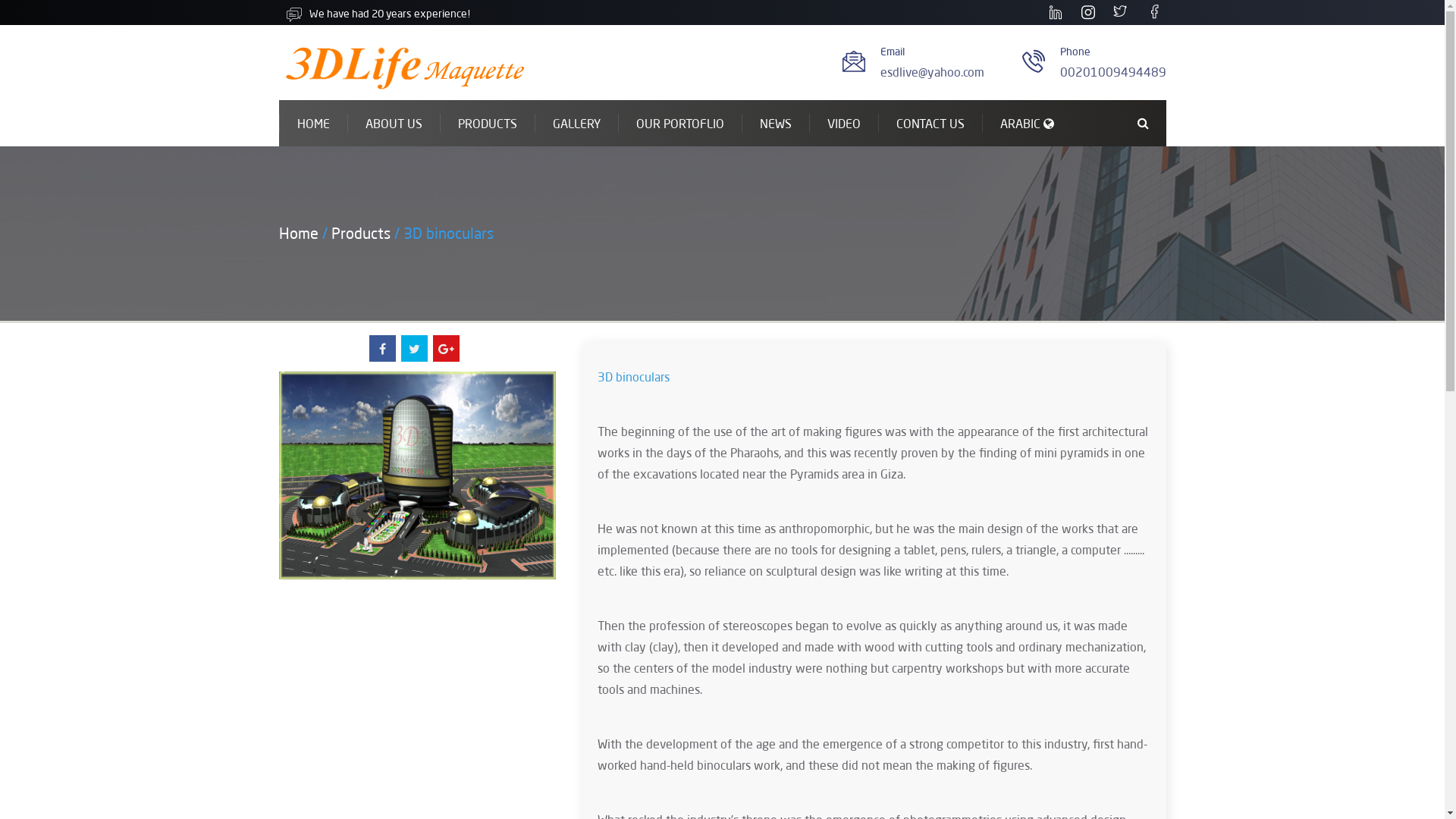 This screenshot has height=819, width=1456. Describe the element at coordinates (678, 122) in the screenshot. I see `'OUR PORTOFLIO'` at that location.